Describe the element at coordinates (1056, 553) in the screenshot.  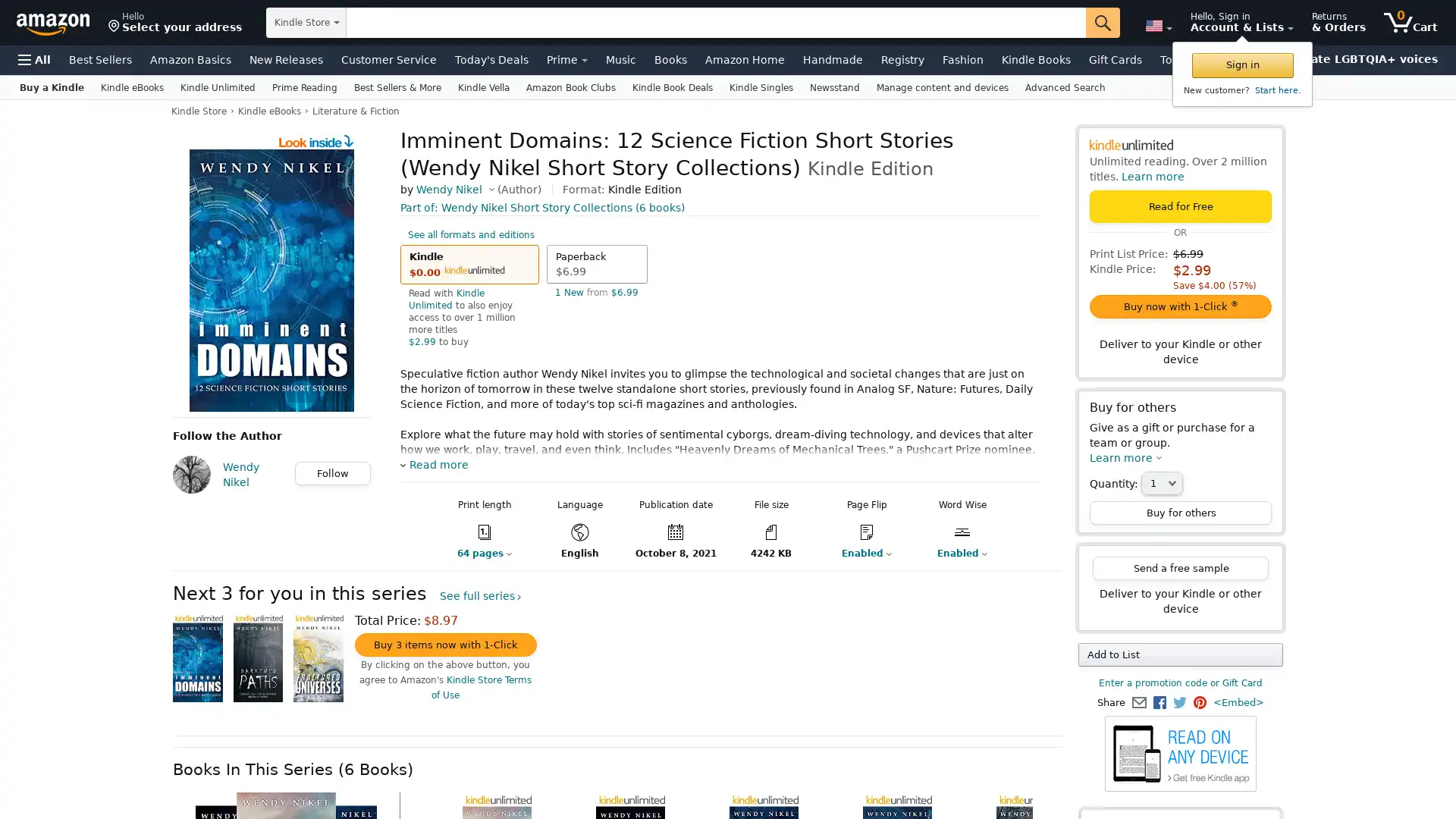
I see `Enabled` at that location.